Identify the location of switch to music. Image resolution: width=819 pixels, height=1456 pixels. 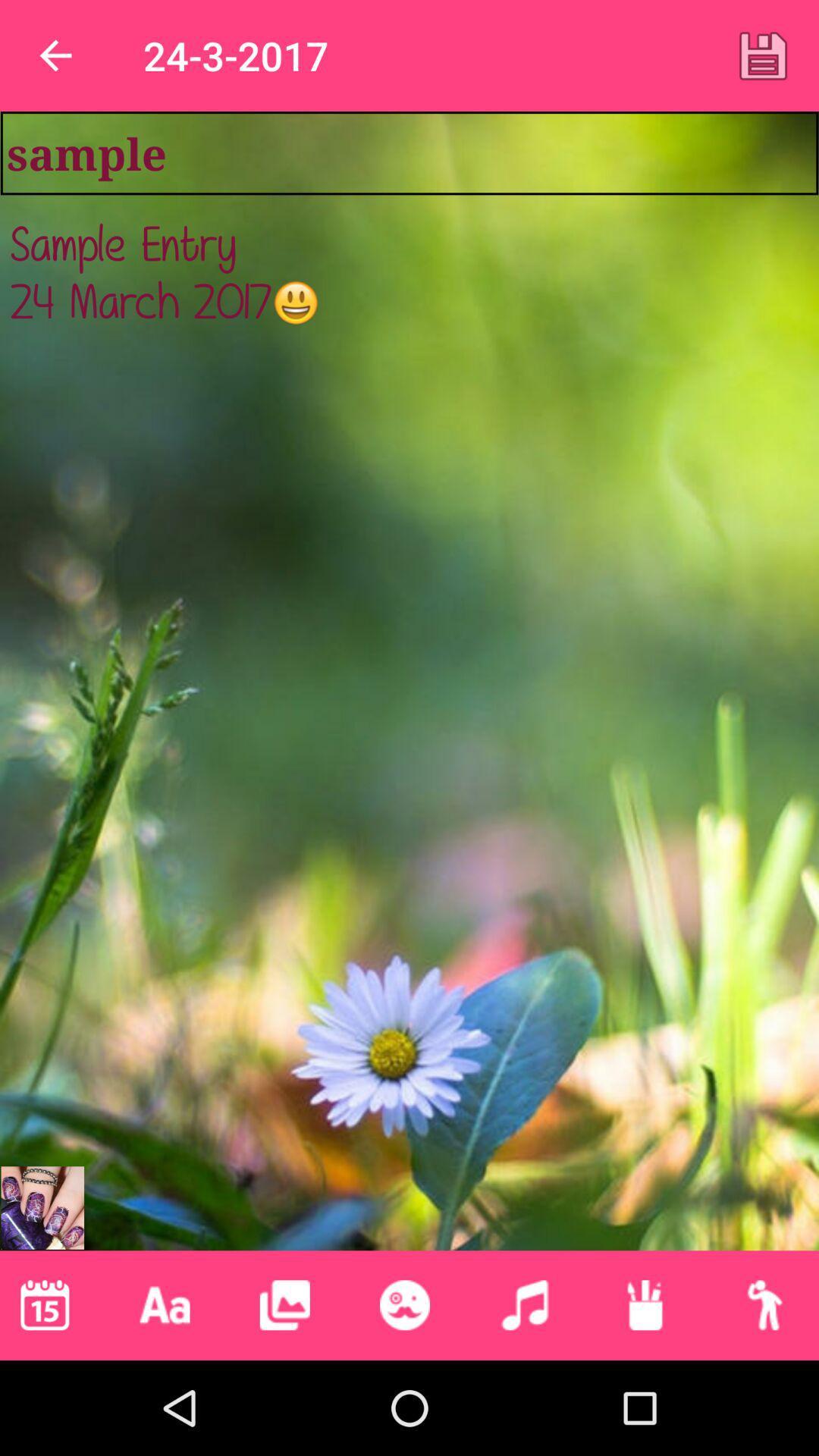
(524, 1304).